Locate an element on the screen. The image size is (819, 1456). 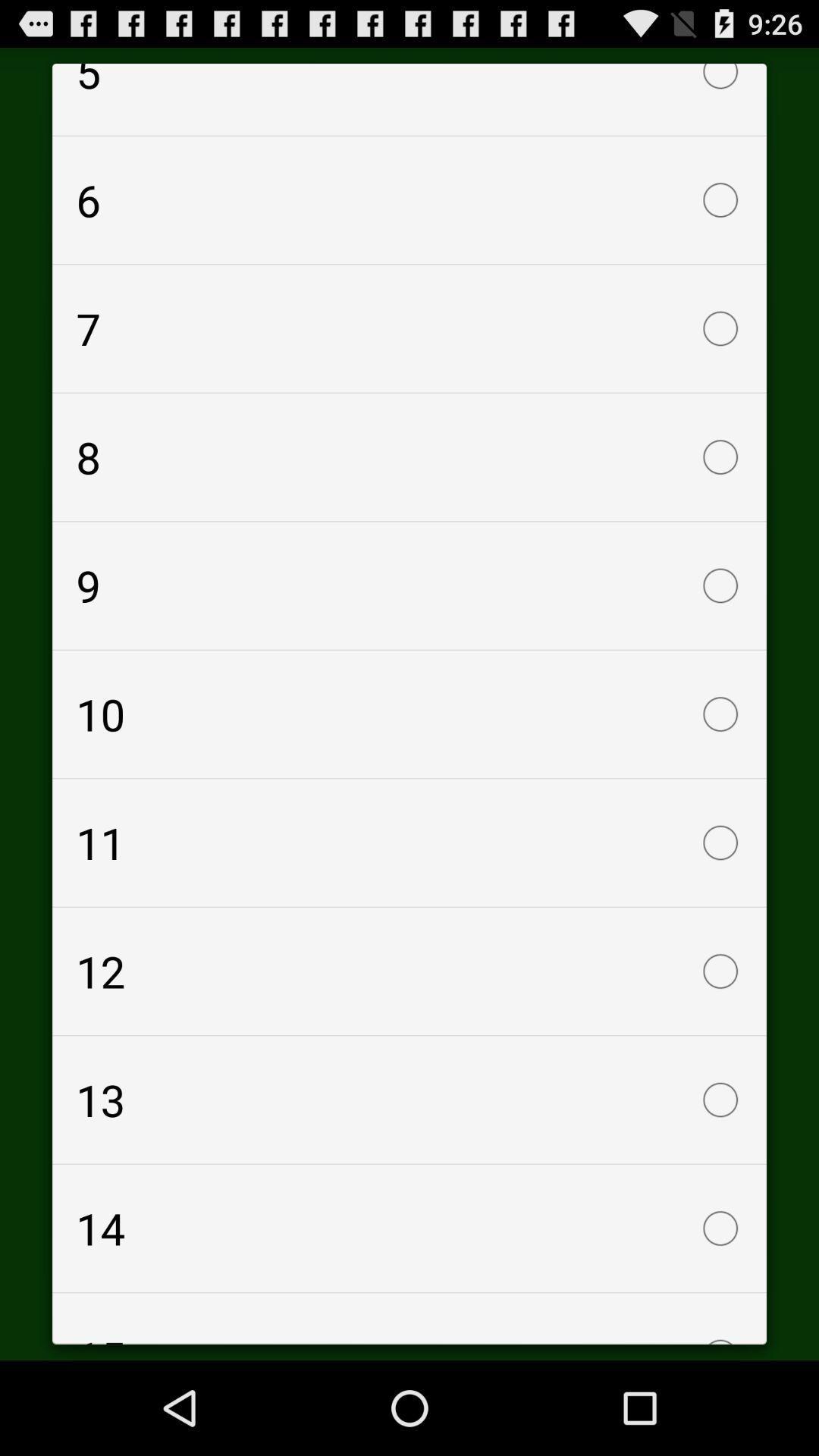
8 icon is located at coordinates (409, 457).